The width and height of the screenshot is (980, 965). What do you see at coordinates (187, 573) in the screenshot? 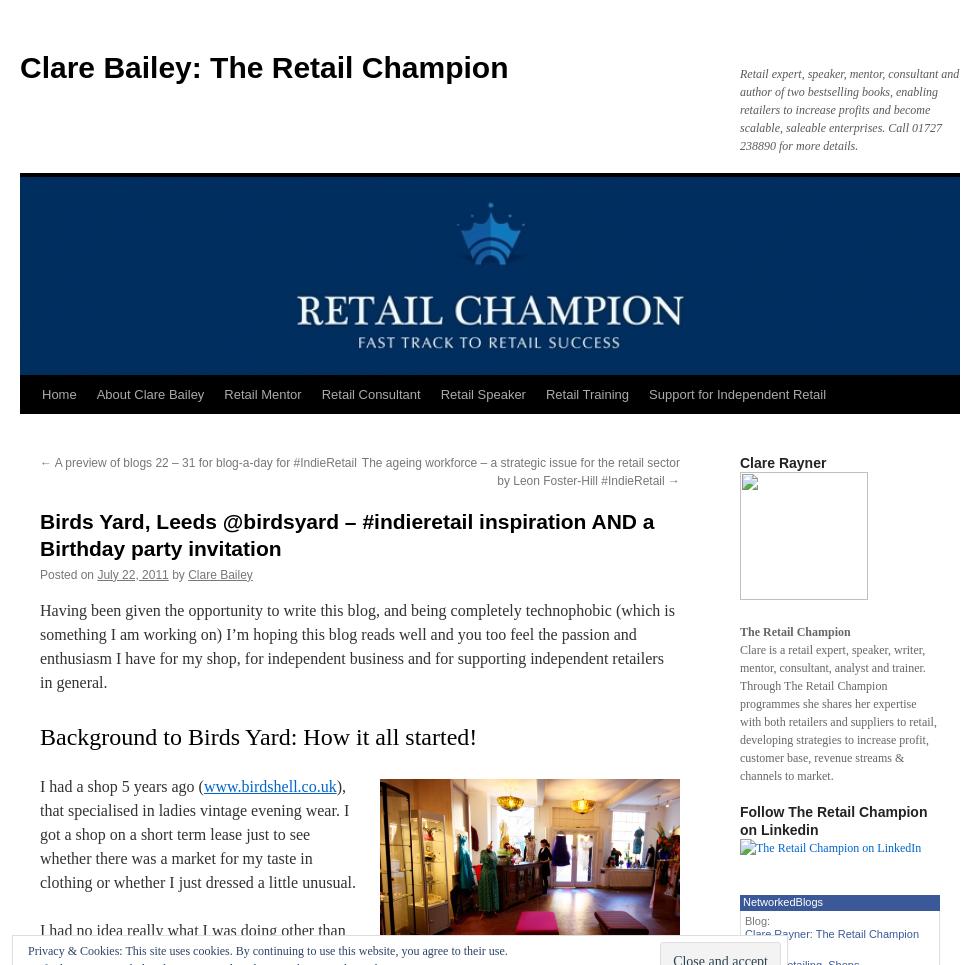
I see `'Clare Bailey'` at bounding box center [187, 573].